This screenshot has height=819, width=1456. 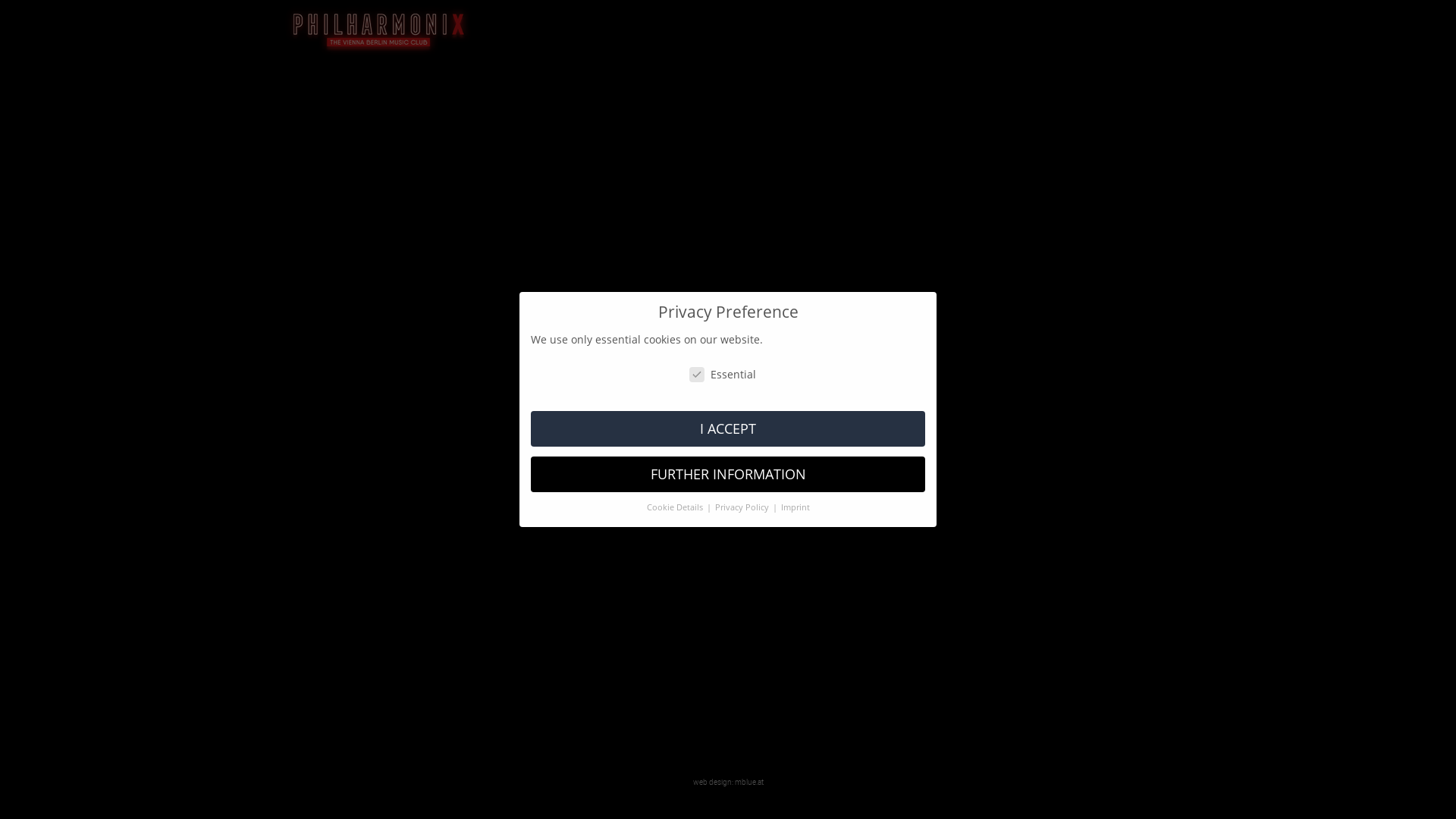 What do you see at coordinates (728, 428) in the screenshot?
I see `'I ACCEPT'` at bounding box center [728, 428].